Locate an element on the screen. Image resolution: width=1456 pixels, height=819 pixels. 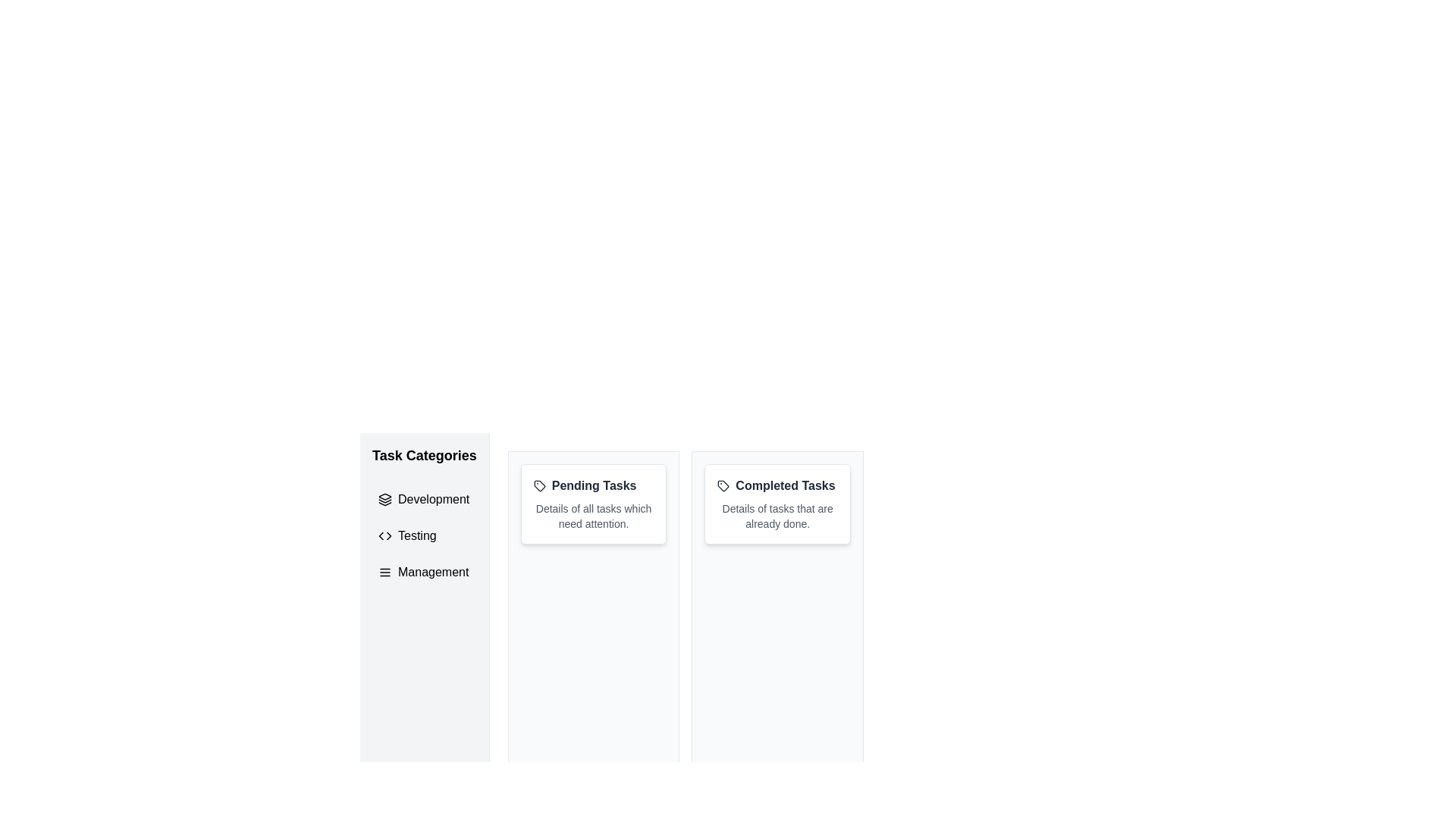
the 'Management' text label located under the 'Task Categories' section, adjacent to the menu icon is located at coordinates (432, 573).